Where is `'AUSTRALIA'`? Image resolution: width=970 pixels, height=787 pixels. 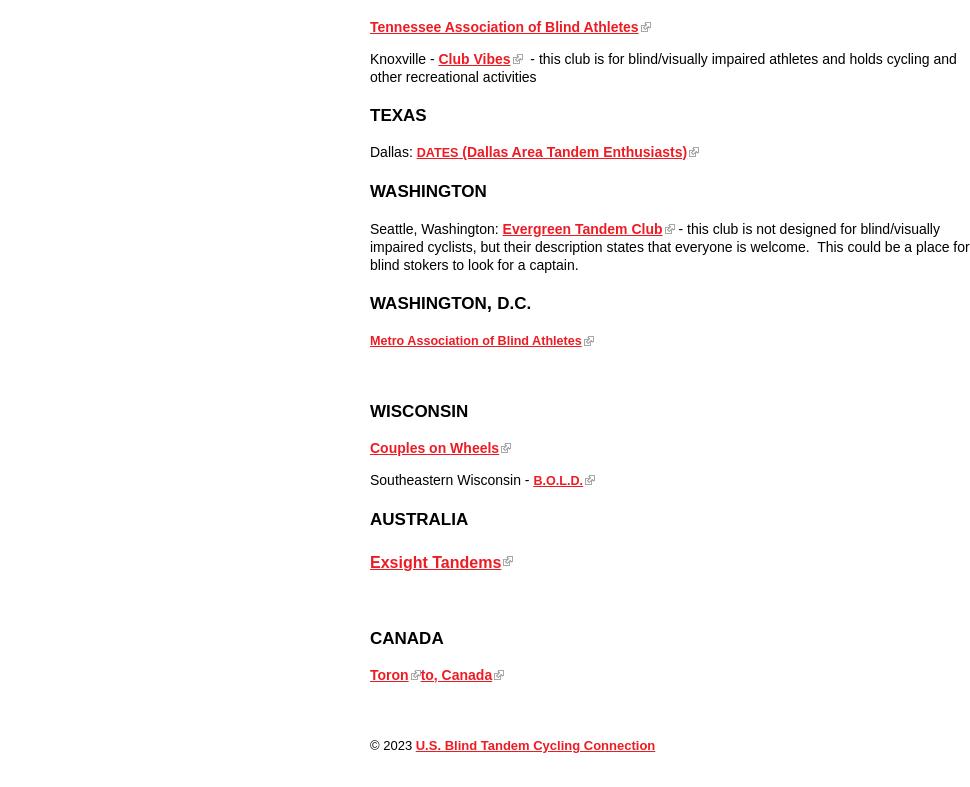
'AUSTRALIA' is located at coordinates (419, 519).